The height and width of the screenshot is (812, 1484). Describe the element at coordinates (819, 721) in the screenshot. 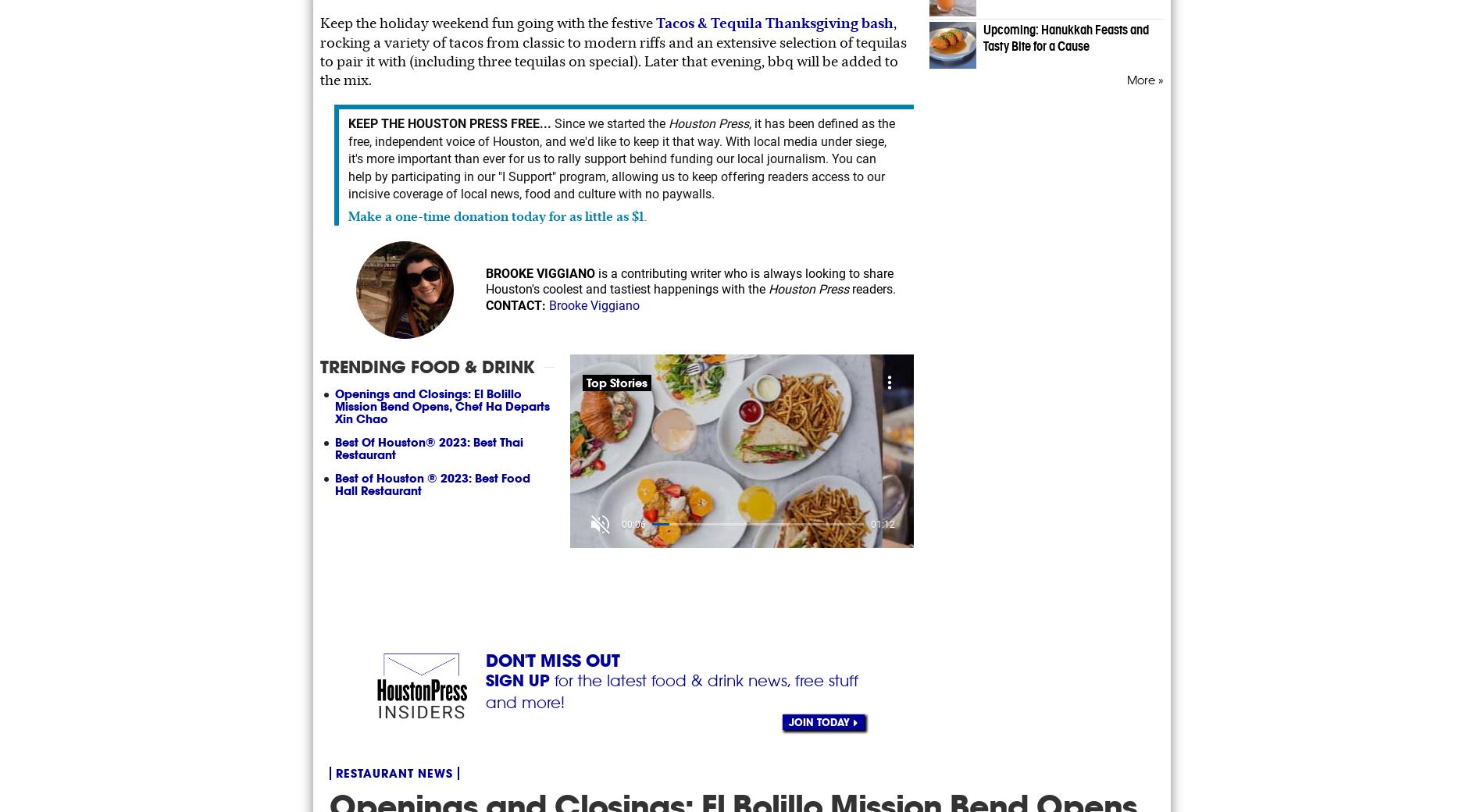

I see `'Join Today'` at that location.